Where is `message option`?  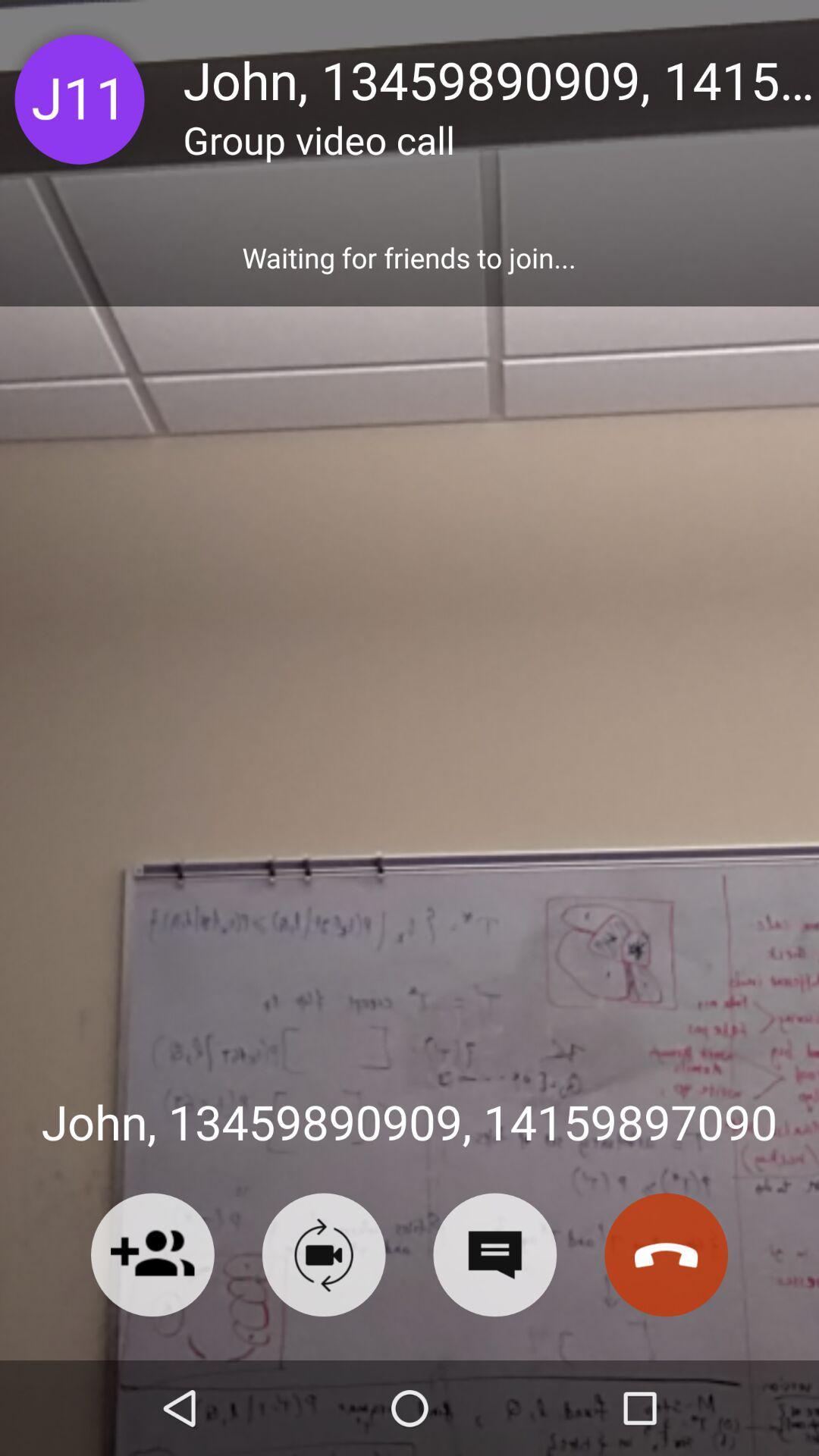
message option is located at coordinates (494, 1254).